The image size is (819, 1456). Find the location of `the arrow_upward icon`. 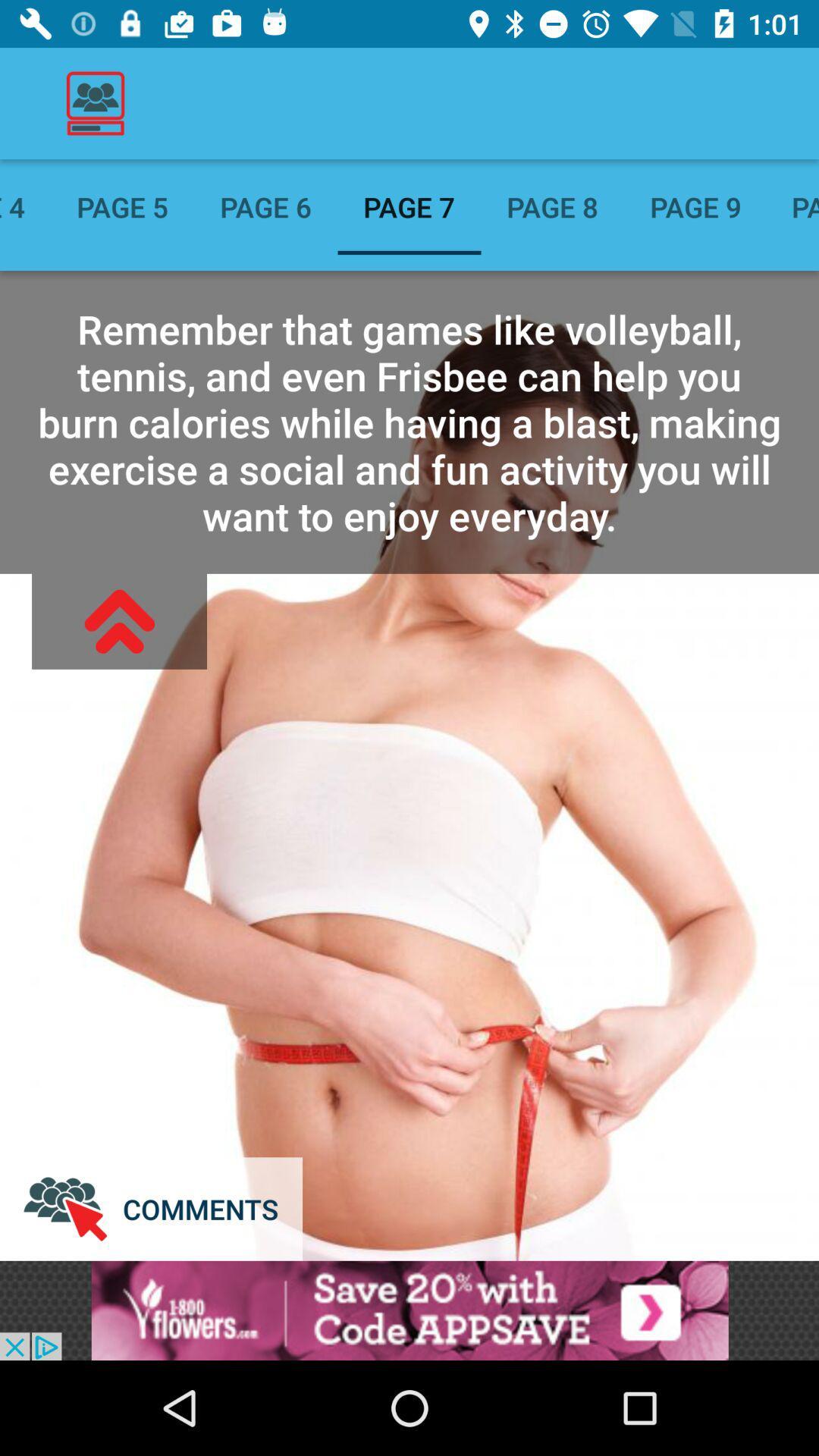

the arrow_upward icon is located at coordinates (118, 621).